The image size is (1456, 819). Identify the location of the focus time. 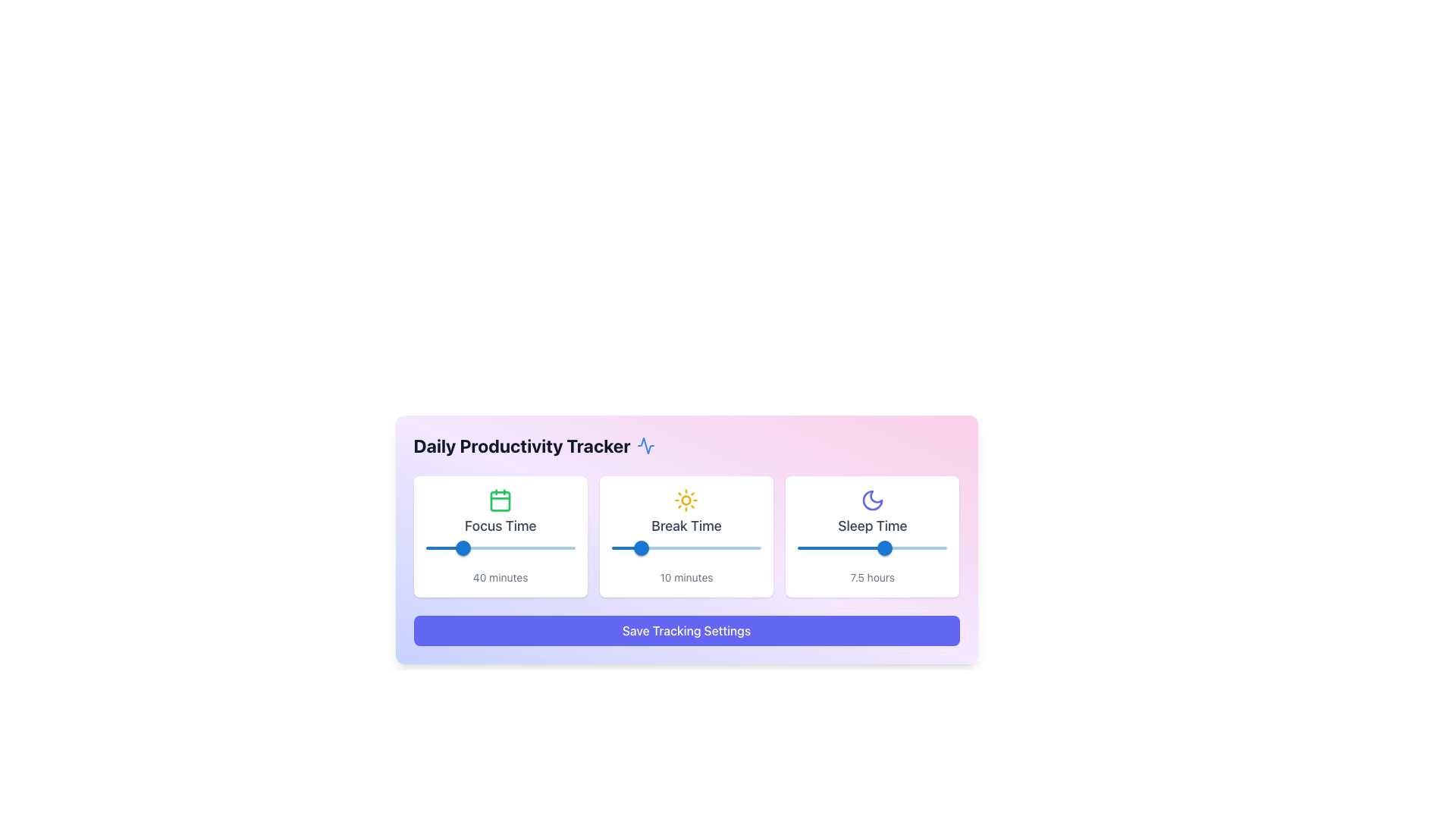
(572, 548).